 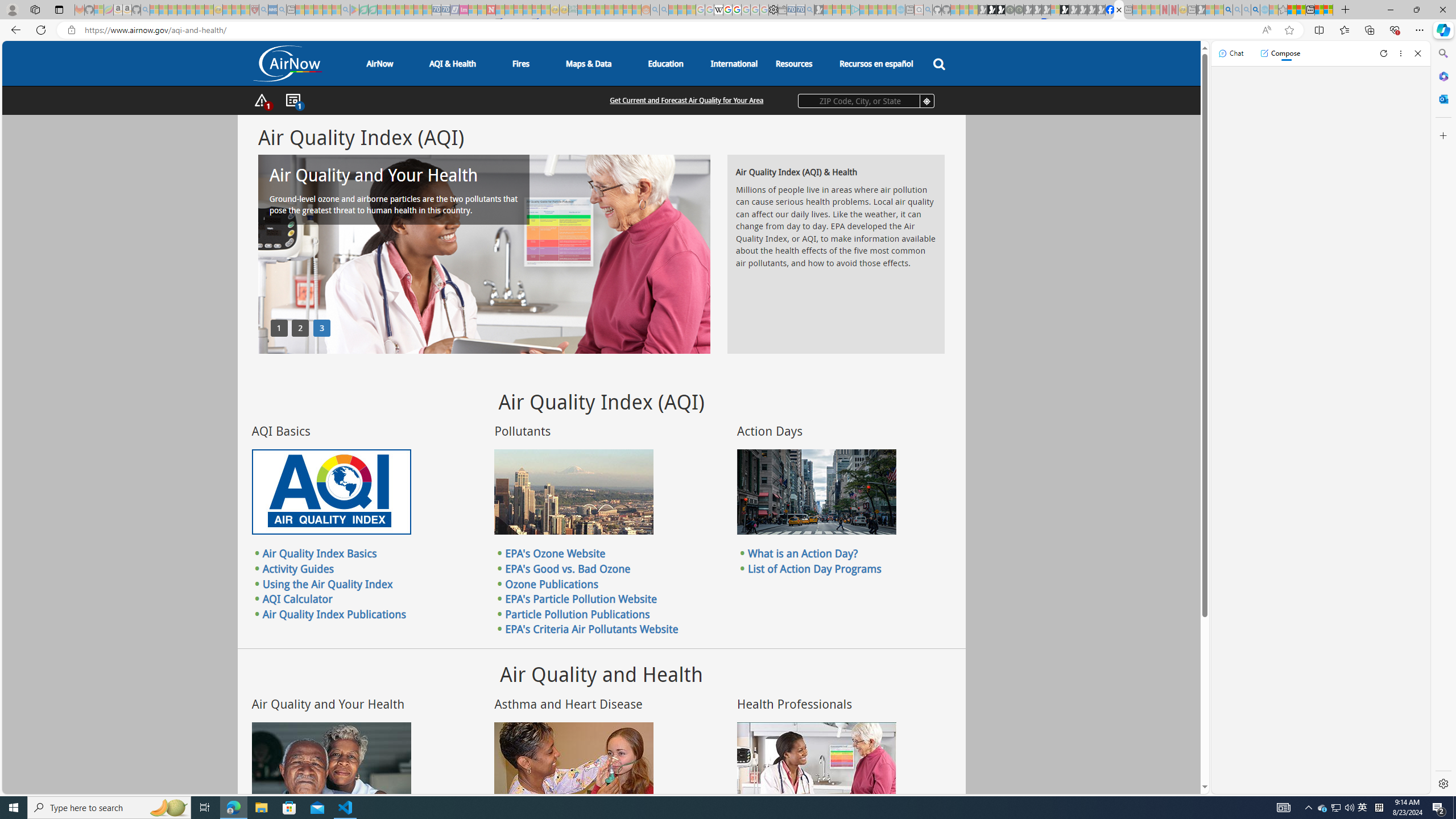 I want to click on 'Microsoft Start Gaming - Sleeping', so click(x=818, y=9).